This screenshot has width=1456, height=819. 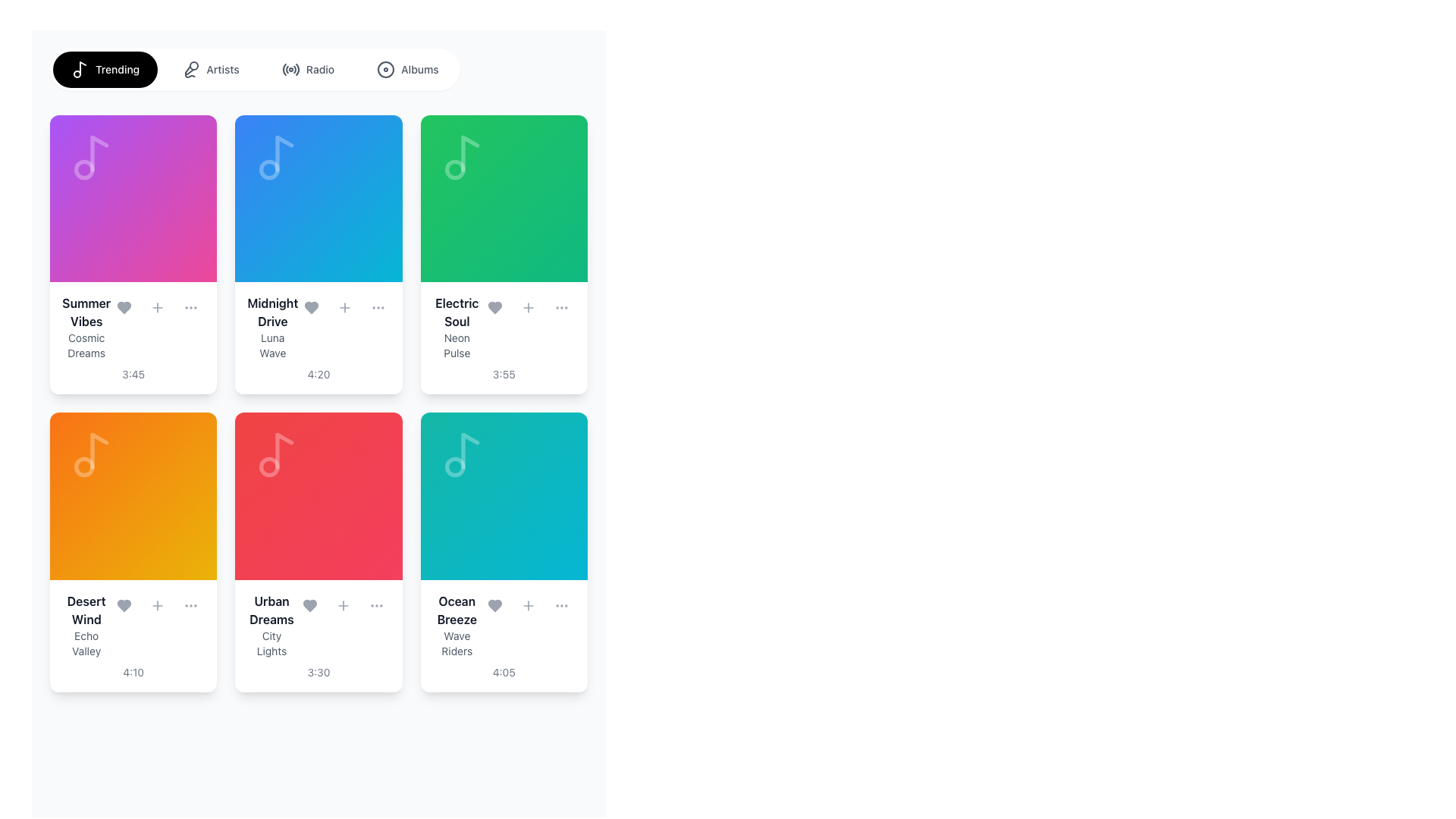 I want to click on the ellipsis icon, which consists of three small dots in a rounded gray background, located at the rightmost position in the controls section of the 'Electric Soul' track card, so click(x=560, y=307).